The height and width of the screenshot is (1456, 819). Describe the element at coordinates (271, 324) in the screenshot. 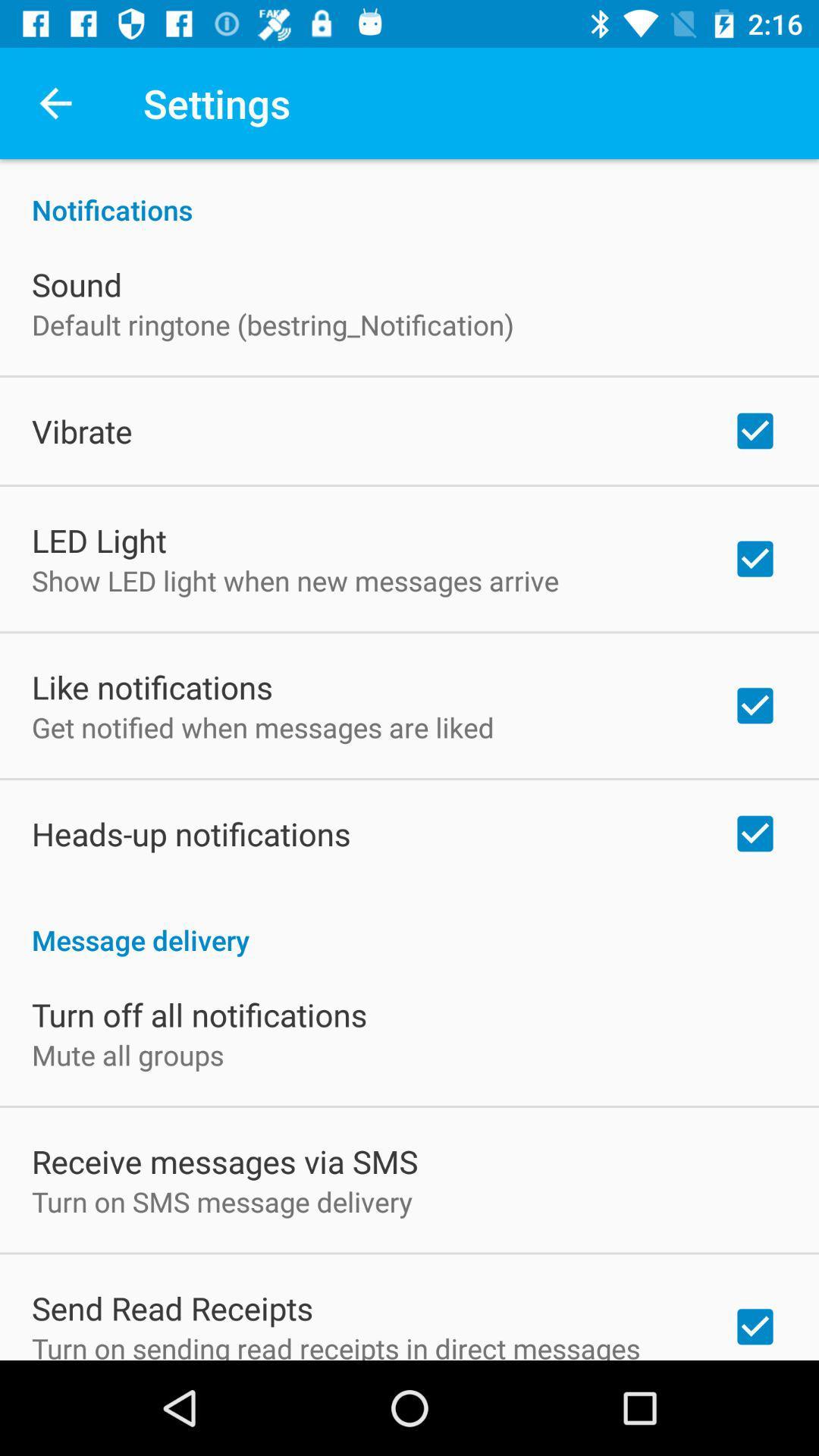

I see `icon above the vibrate` at that location.